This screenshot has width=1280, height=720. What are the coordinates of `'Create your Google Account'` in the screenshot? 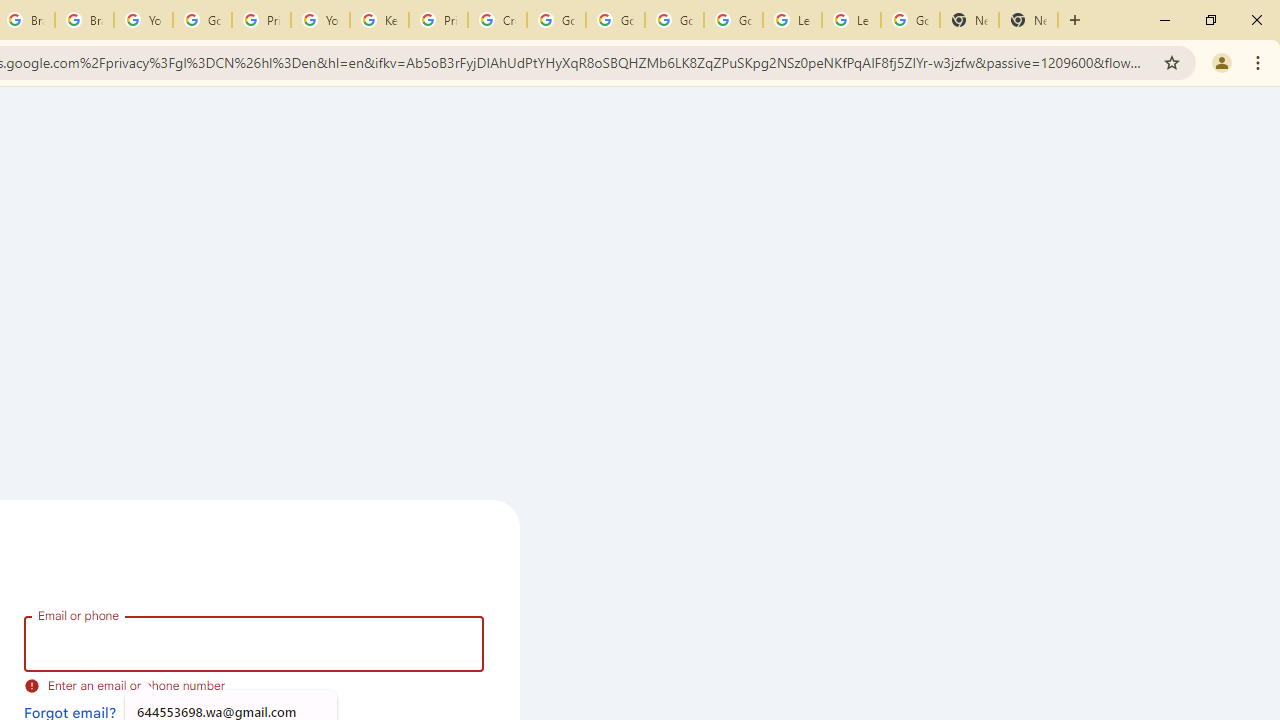 It's located at (497, 20).